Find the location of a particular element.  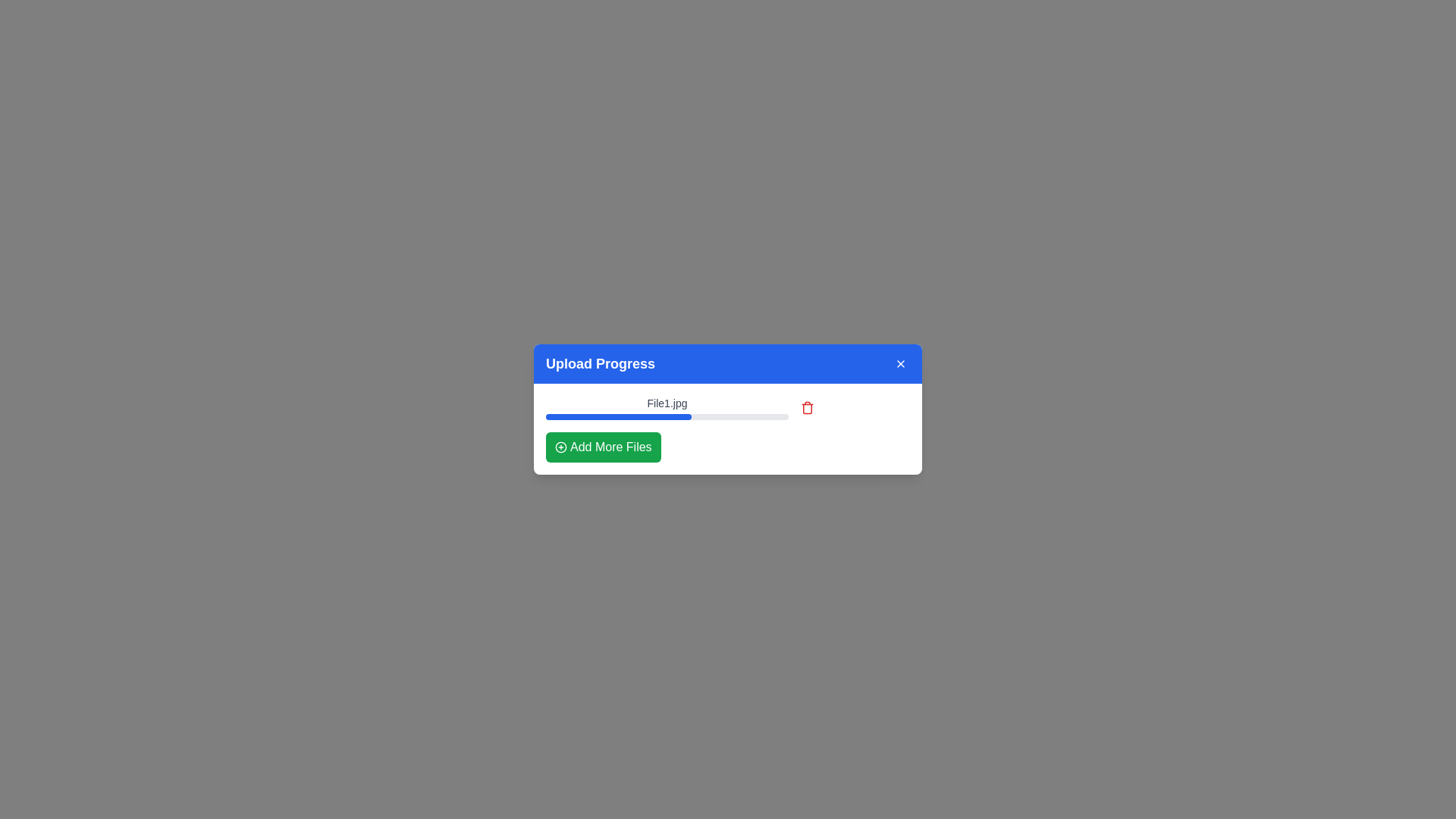

the 'X' button at the top-right corner of the 'Upload Progress' modal dialog is located at coordinates (901, 363).